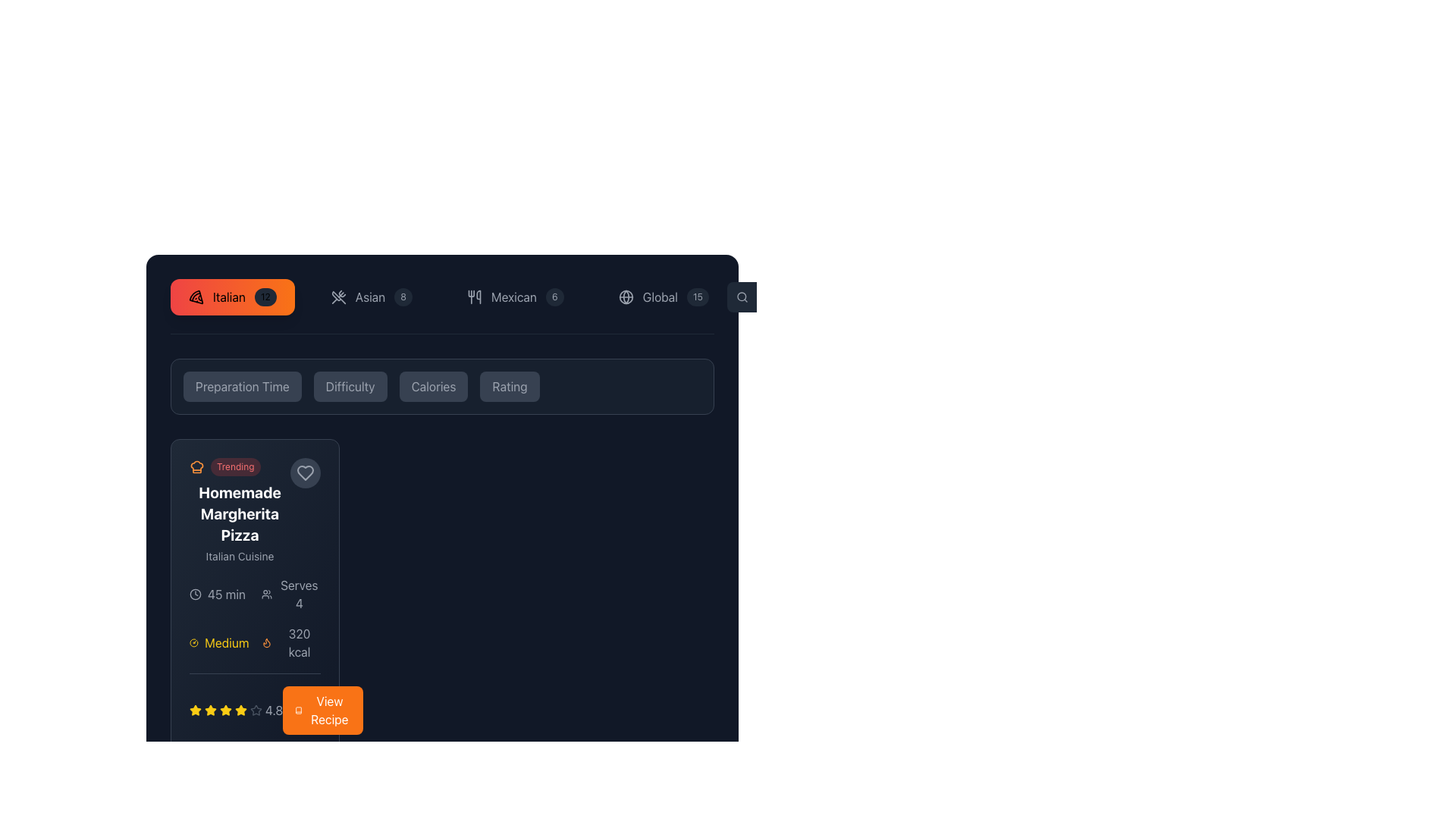 This screenshot has height=819, width=1456. I want to click on the third button in the navigation list of cuisine categories, which filters content, so click(447, 297).